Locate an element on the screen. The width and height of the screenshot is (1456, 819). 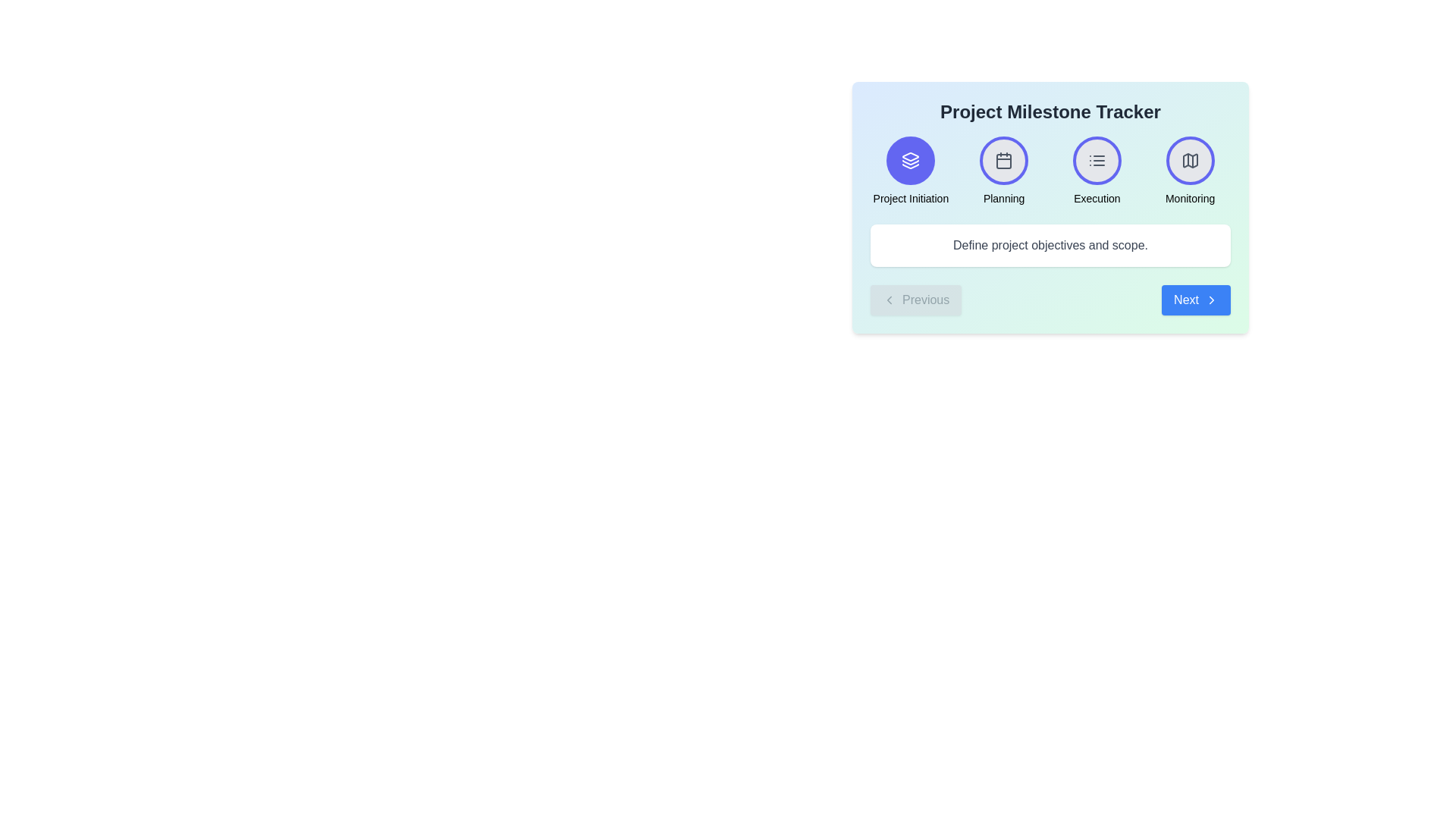
the circular icon with a list-like symbol inside, located is located at coordinates (1097, 161).